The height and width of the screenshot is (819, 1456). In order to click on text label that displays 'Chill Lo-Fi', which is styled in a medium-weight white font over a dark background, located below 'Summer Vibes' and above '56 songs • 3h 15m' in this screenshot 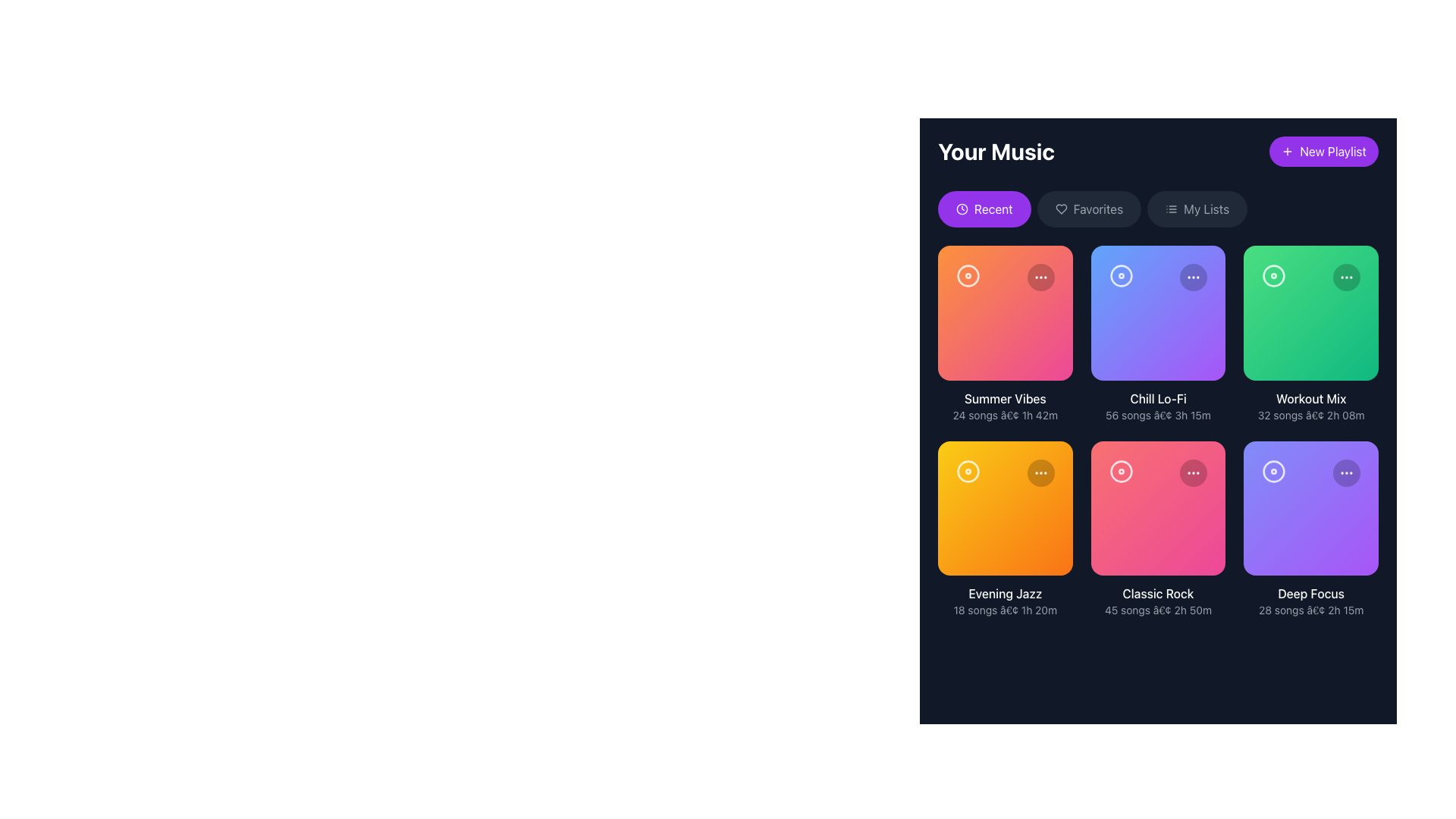, I will do `click(1157, 397)`.